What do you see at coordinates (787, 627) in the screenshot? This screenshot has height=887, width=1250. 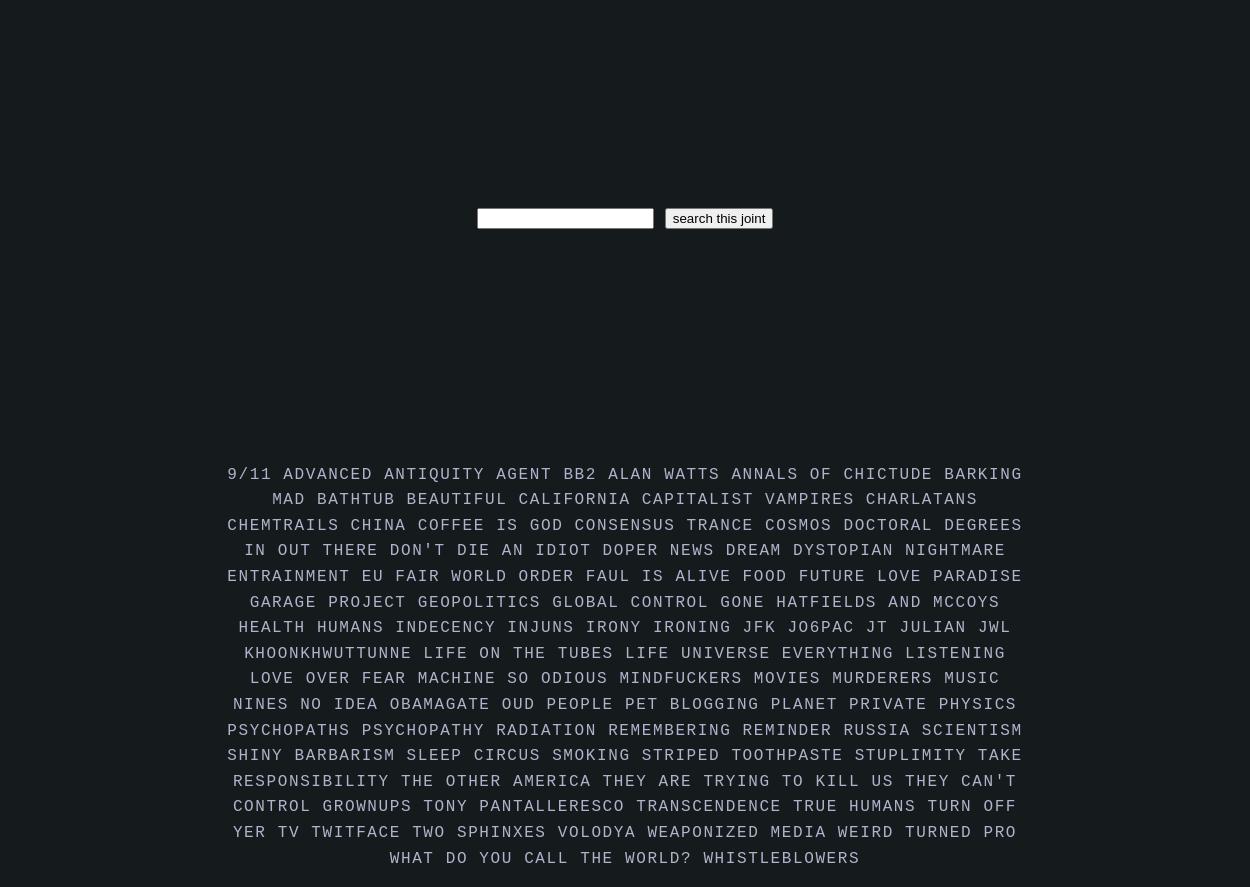 I see `'jo6pac'` at bounding box center [787, 627].